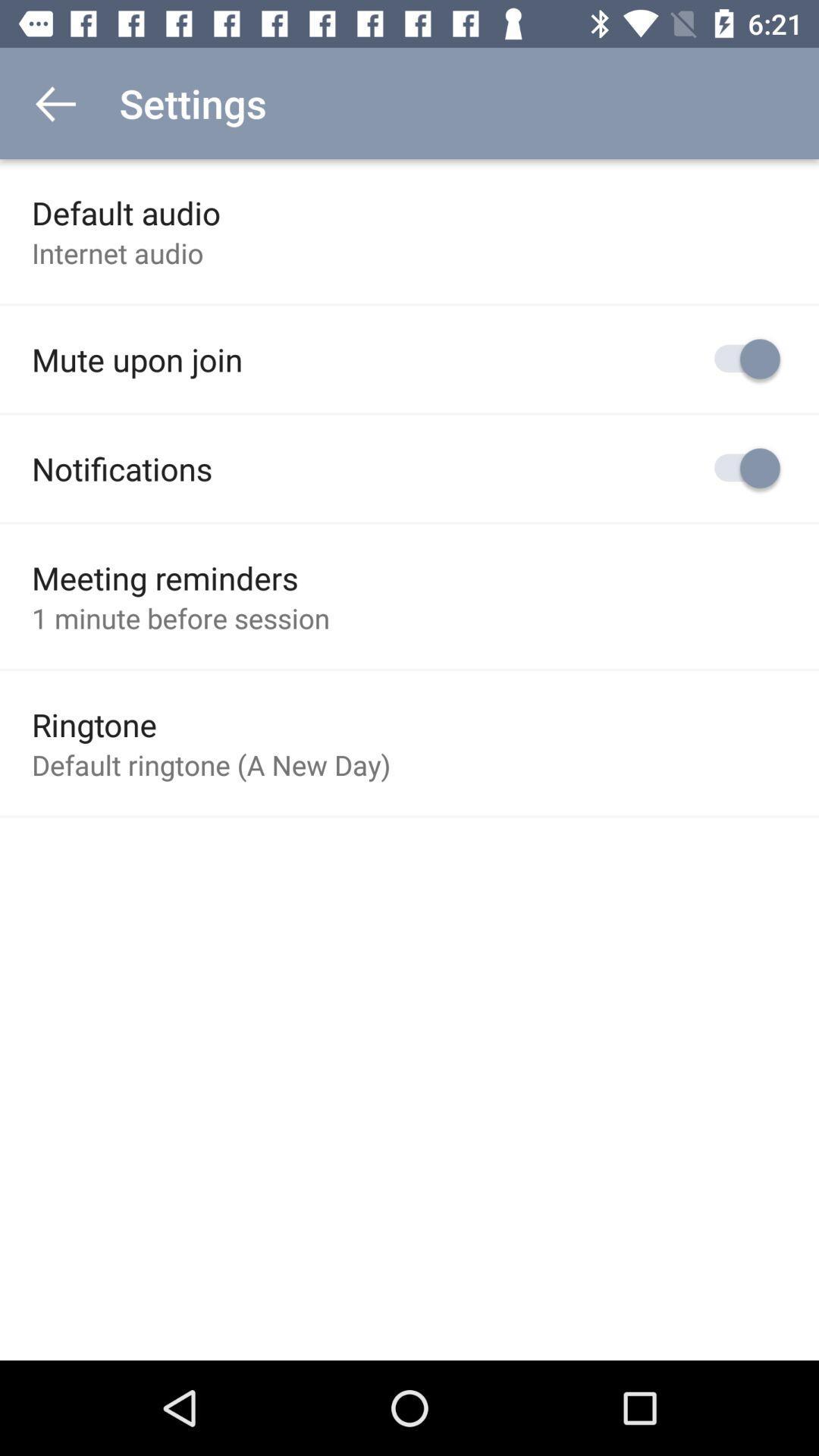  I want to click on meeting reminders, so click(165, 577).